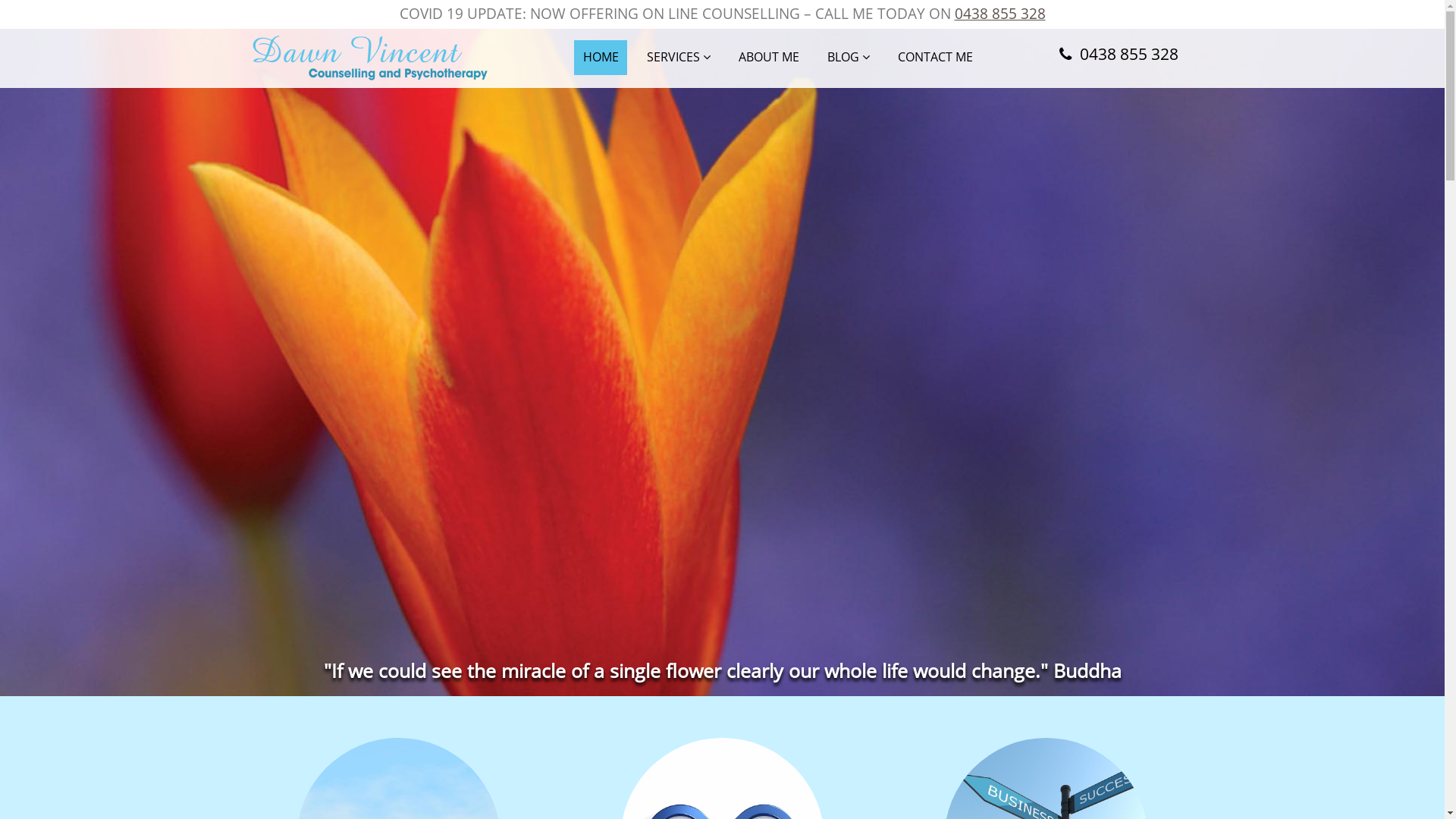 This screenshot has width=1456, height=819. Describe the element at coordinates (848, 57) in the screenshot. I see `'BLOG'` at that location.